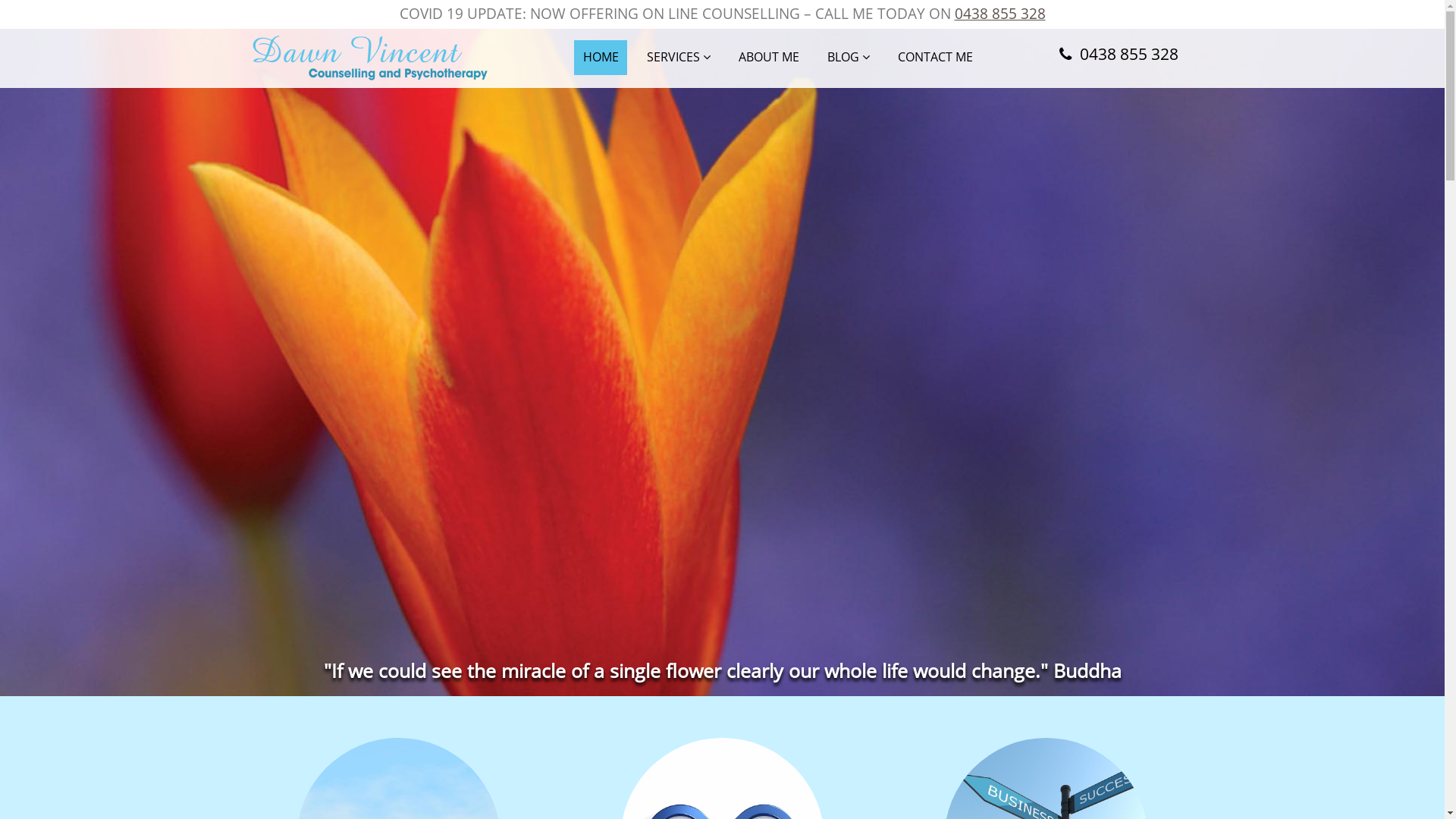 This screenshot has width=1456, height=819. Describe the element at coordinates (848, 57) in the screenshot. I see `'BLOG'` at that location.